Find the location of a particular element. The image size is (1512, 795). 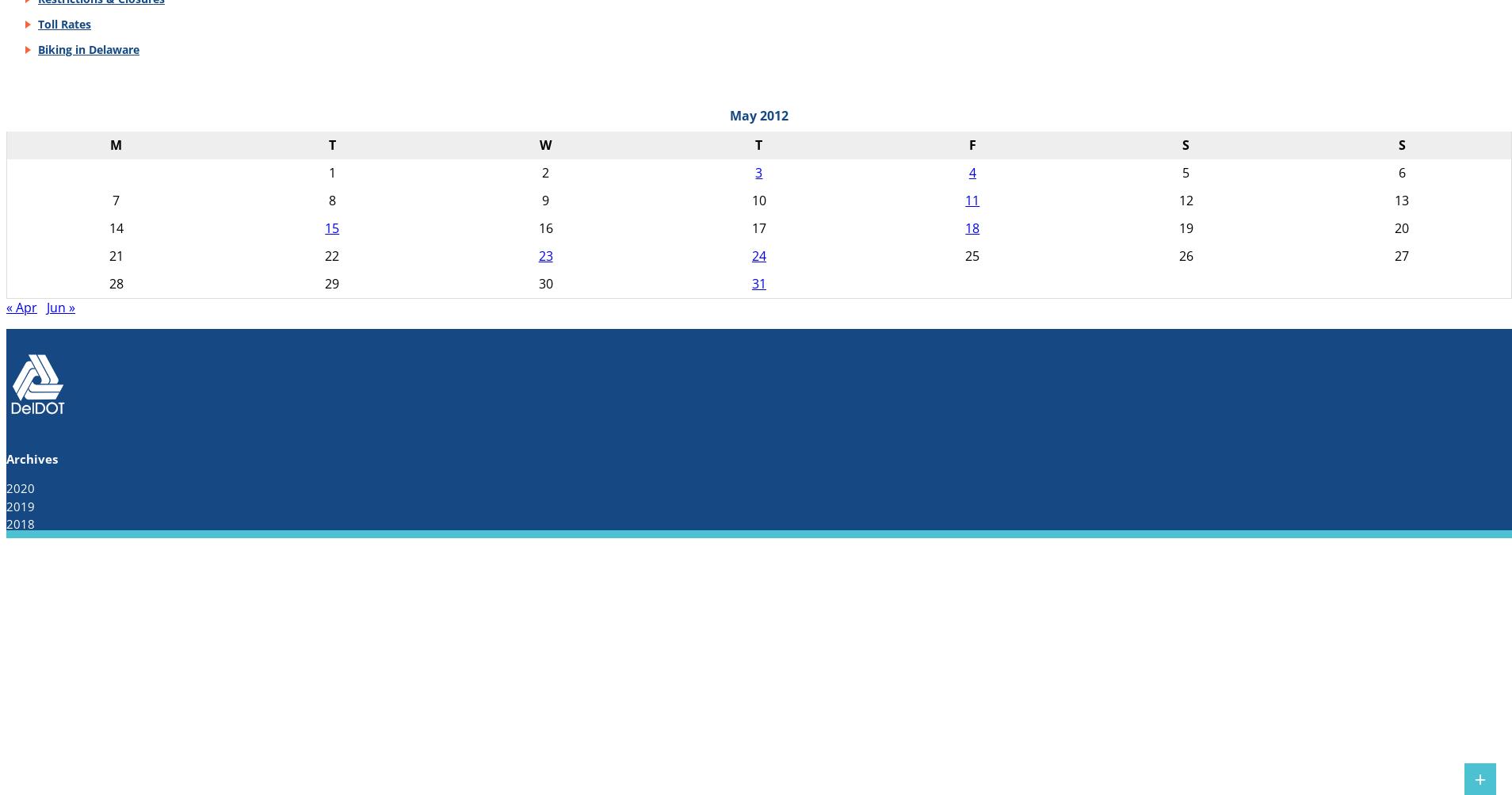

'18' is located at coordinates (972, 227).